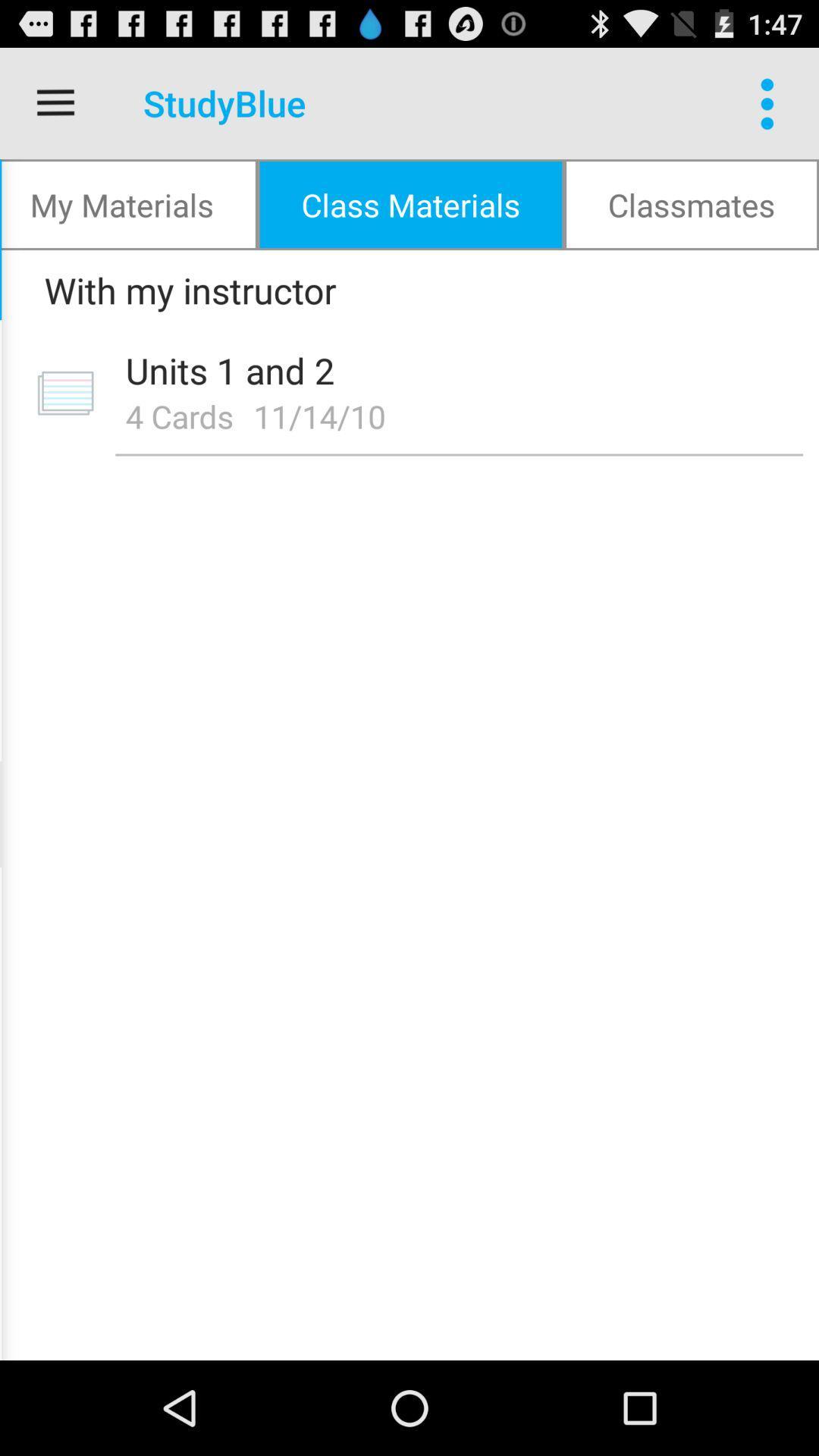 This screenshot has width=819, height=1456. I want to click on the 11/14/10 icon, so click(324, 416).